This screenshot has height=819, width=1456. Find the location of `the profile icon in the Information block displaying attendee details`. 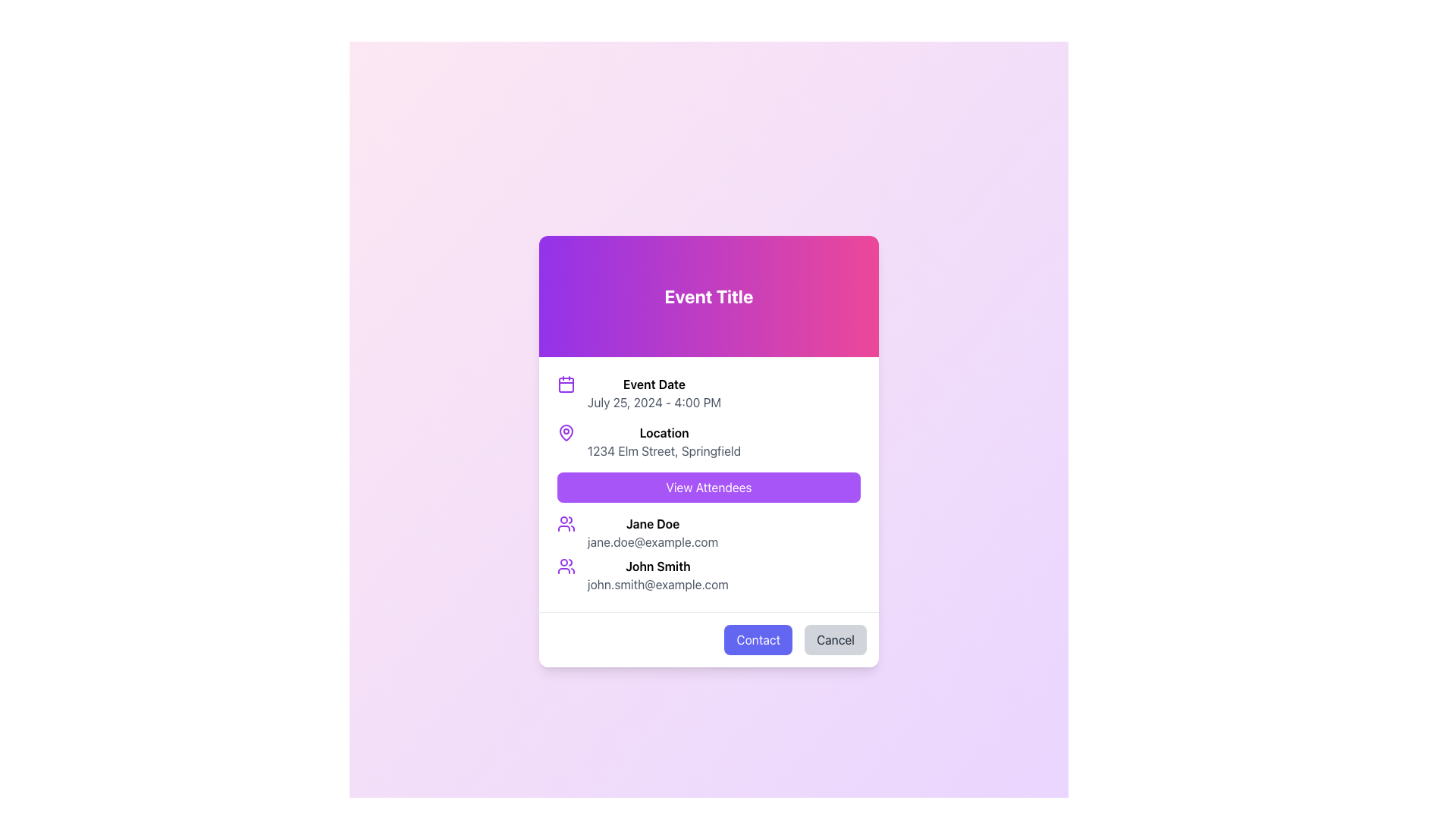

the profile icon in the Information block displaying attendee details is located at coordinates (708, 575).